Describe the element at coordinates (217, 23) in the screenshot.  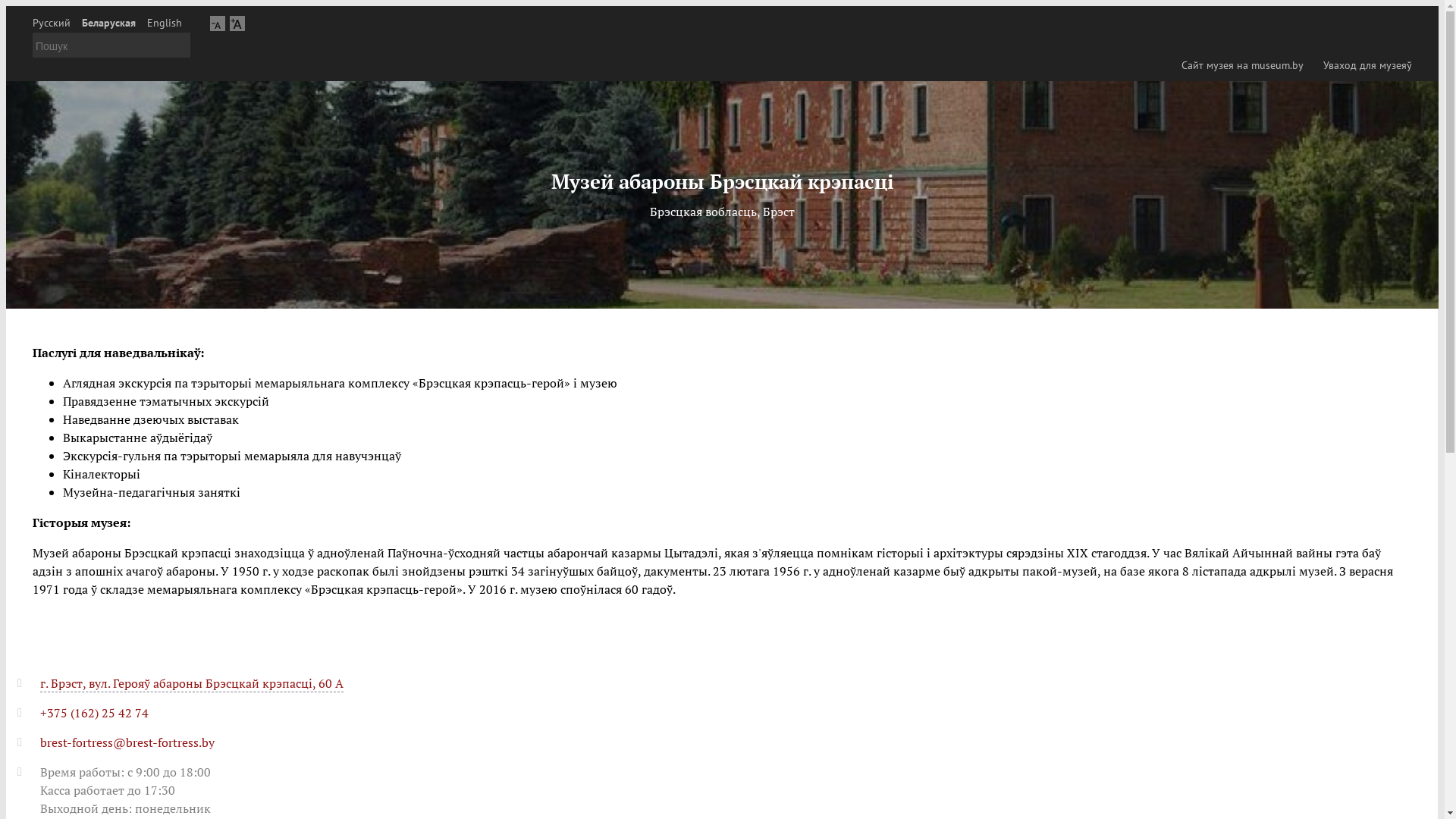
I see `'A'` at that location.